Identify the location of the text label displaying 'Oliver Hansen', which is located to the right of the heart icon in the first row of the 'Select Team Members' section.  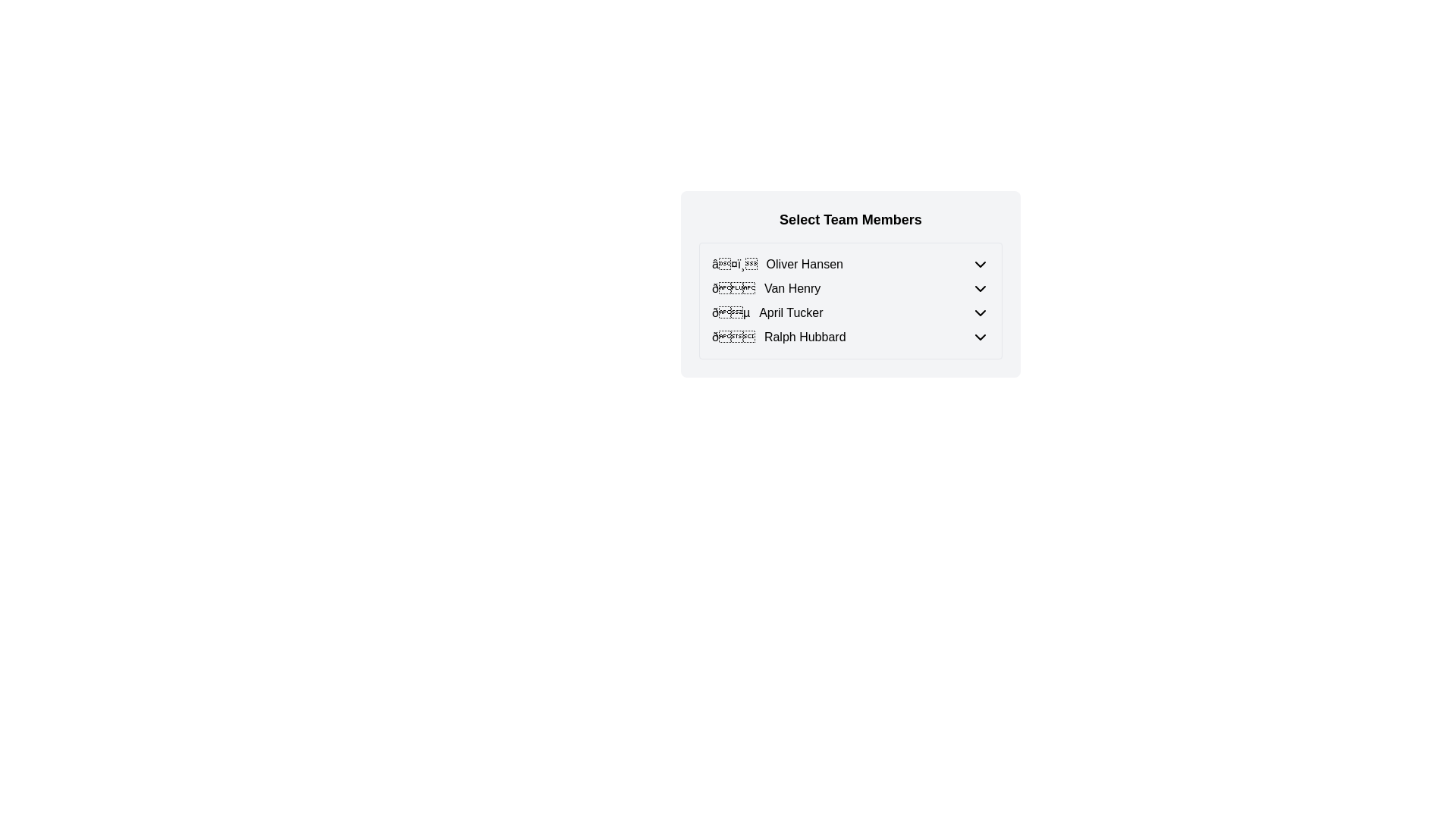
(804, 263).